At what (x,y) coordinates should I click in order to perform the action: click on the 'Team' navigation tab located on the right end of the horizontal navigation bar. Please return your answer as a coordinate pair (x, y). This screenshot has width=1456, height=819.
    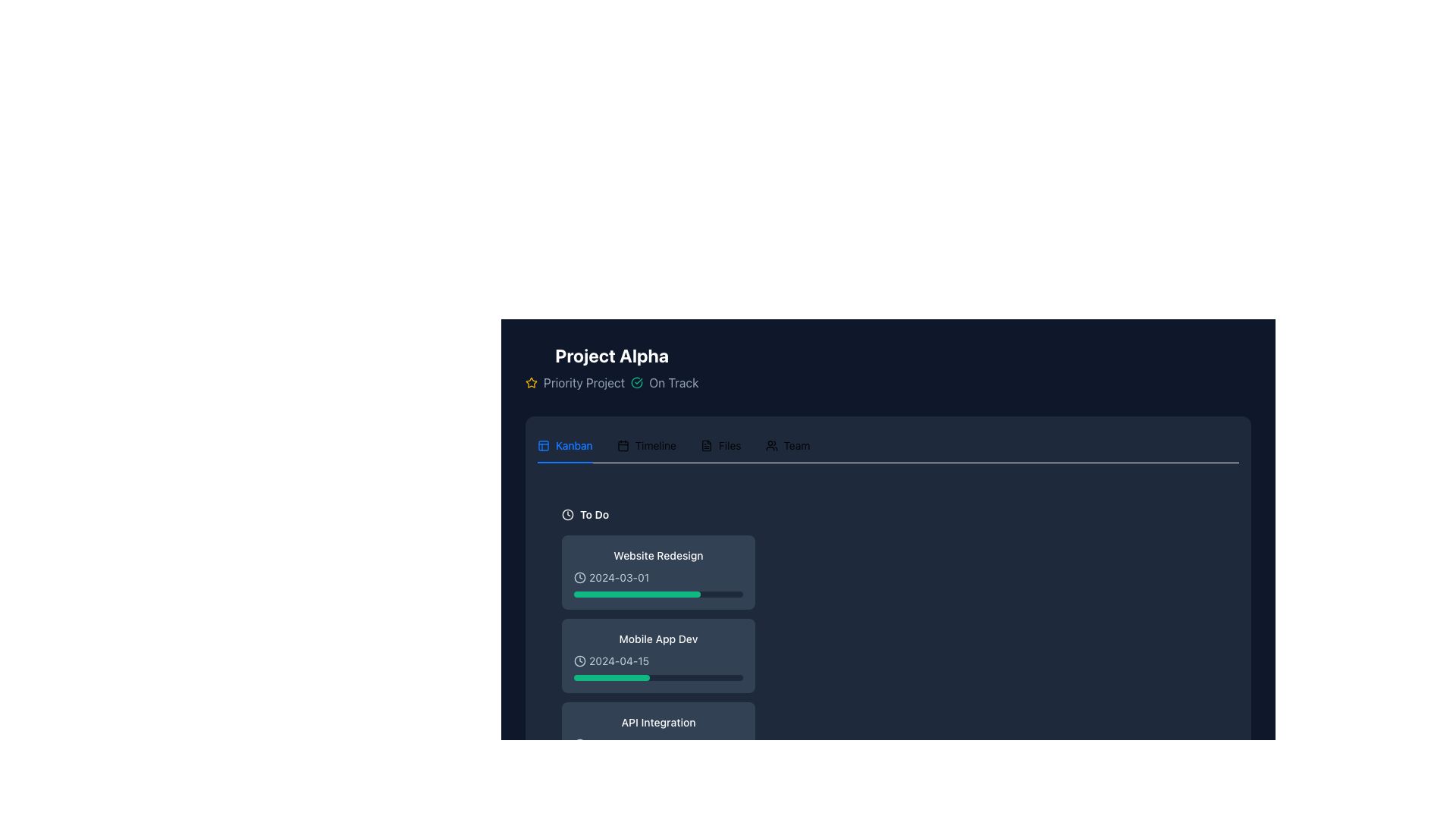
    Looking at the image, I should click on (787, 444).